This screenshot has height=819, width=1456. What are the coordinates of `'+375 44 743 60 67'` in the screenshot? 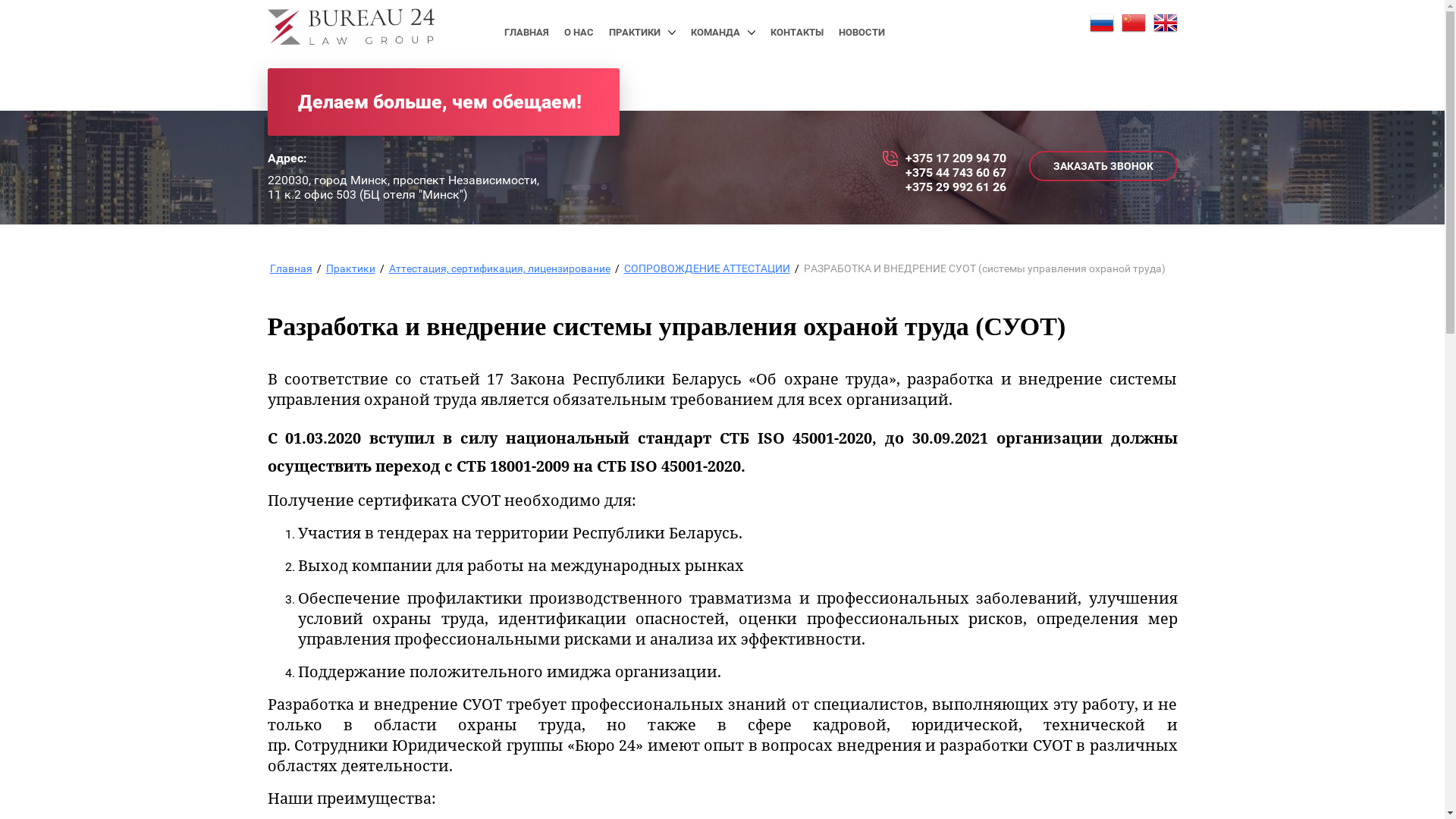 It's located at (905, 171).